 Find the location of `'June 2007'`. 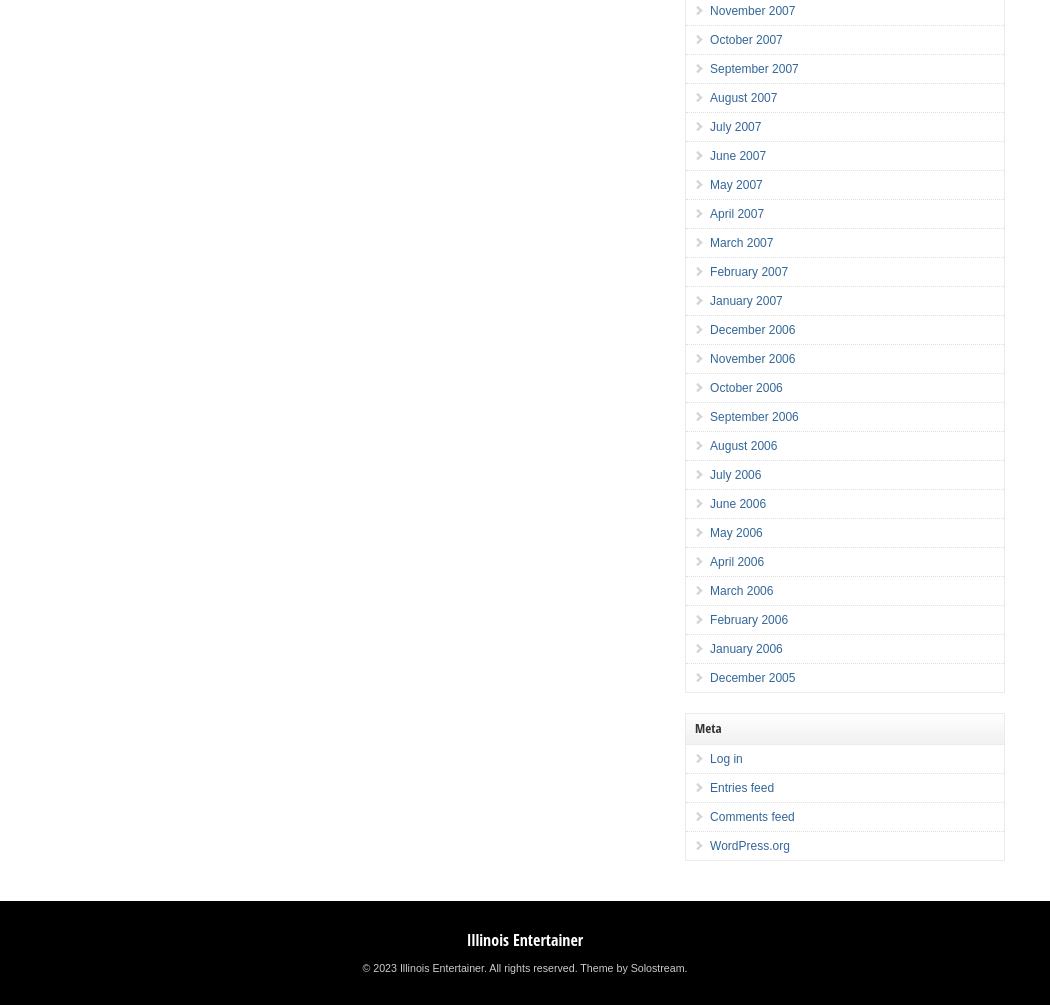

'June 2007' is located at coordinates (737, 155).